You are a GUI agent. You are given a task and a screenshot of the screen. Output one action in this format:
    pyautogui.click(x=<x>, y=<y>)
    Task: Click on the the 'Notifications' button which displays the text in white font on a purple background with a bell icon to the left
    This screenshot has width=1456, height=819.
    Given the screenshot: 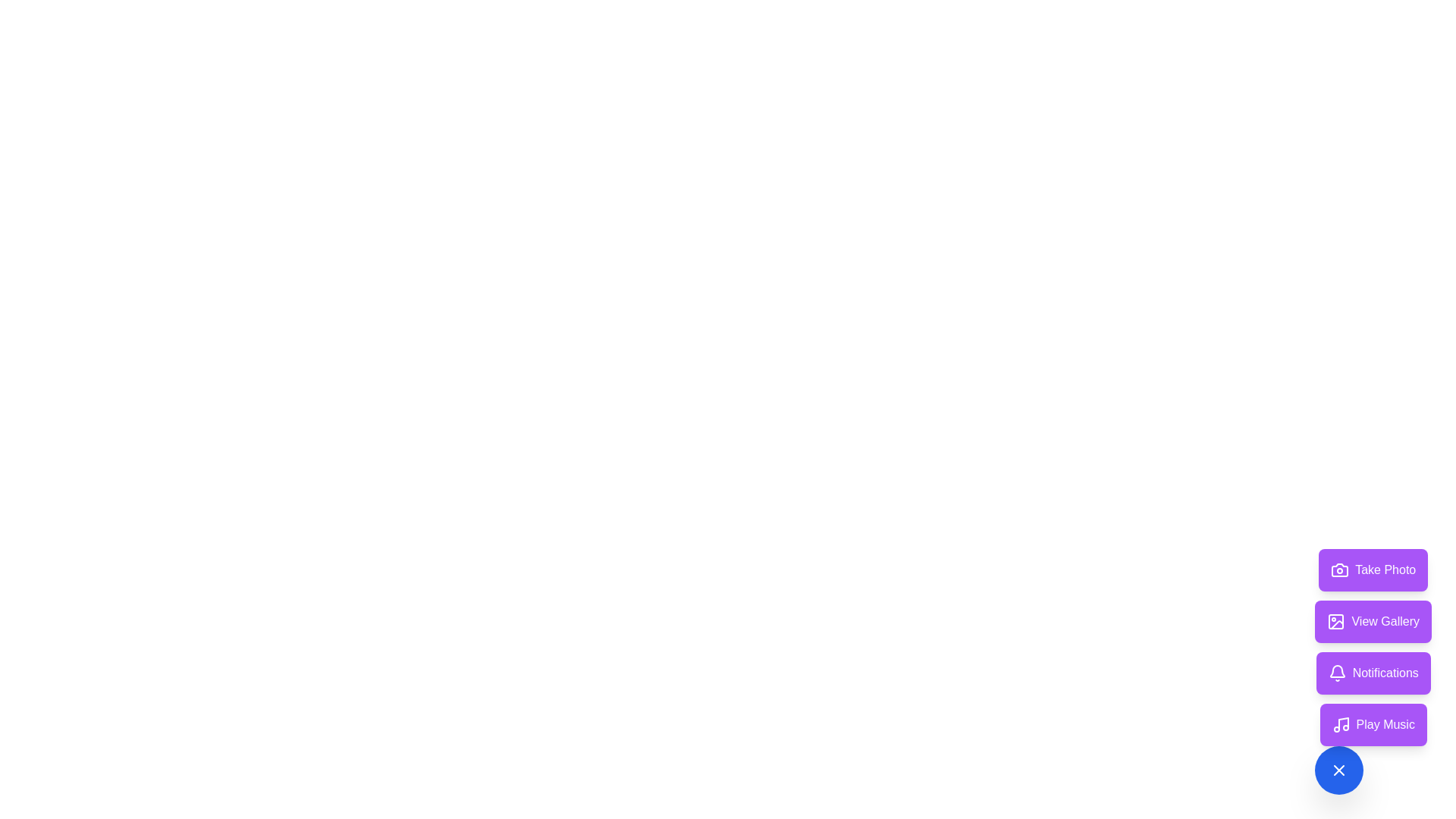 What is the action you would take?
    pyautogui.click(x=1385, y=672)
    